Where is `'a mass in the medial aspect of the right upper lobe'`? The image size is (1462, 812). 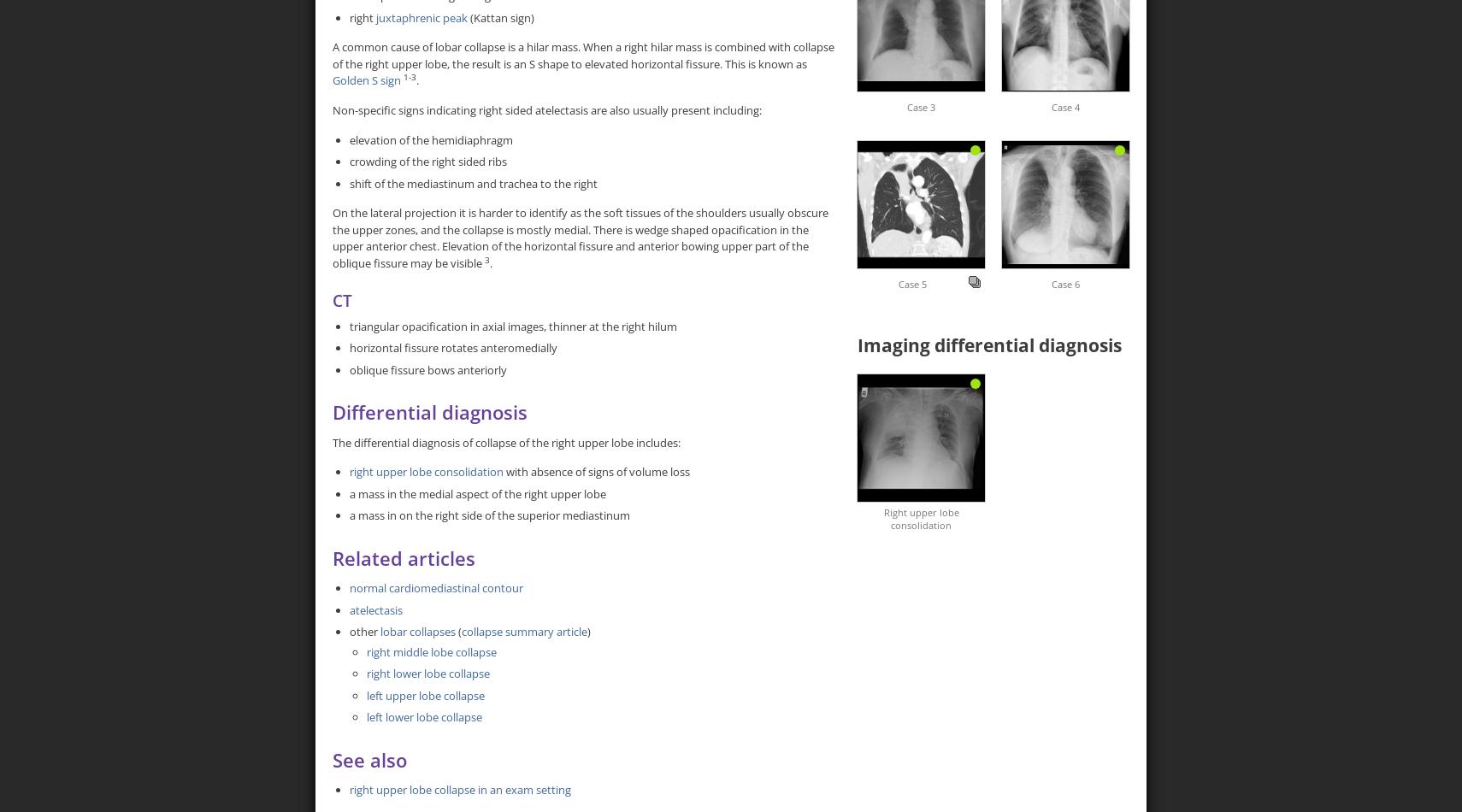 'a mass in the medial aspect of the right upper lobe' is located at coordinates (477, 493).